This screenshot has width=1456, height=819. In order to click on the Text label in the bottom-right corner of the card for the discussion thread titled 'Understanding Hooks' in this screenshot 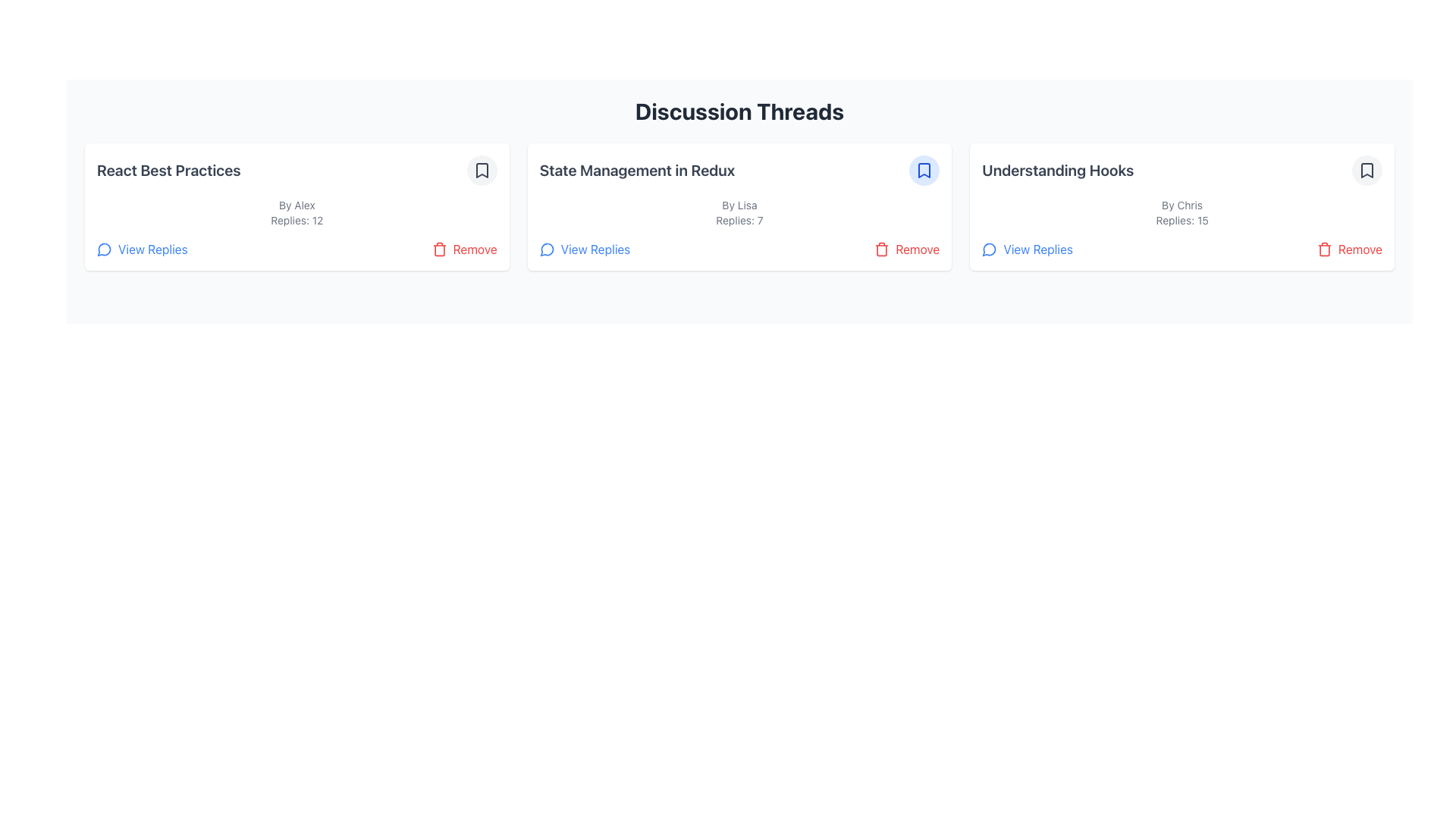, I will do `click(1360, 248)`.